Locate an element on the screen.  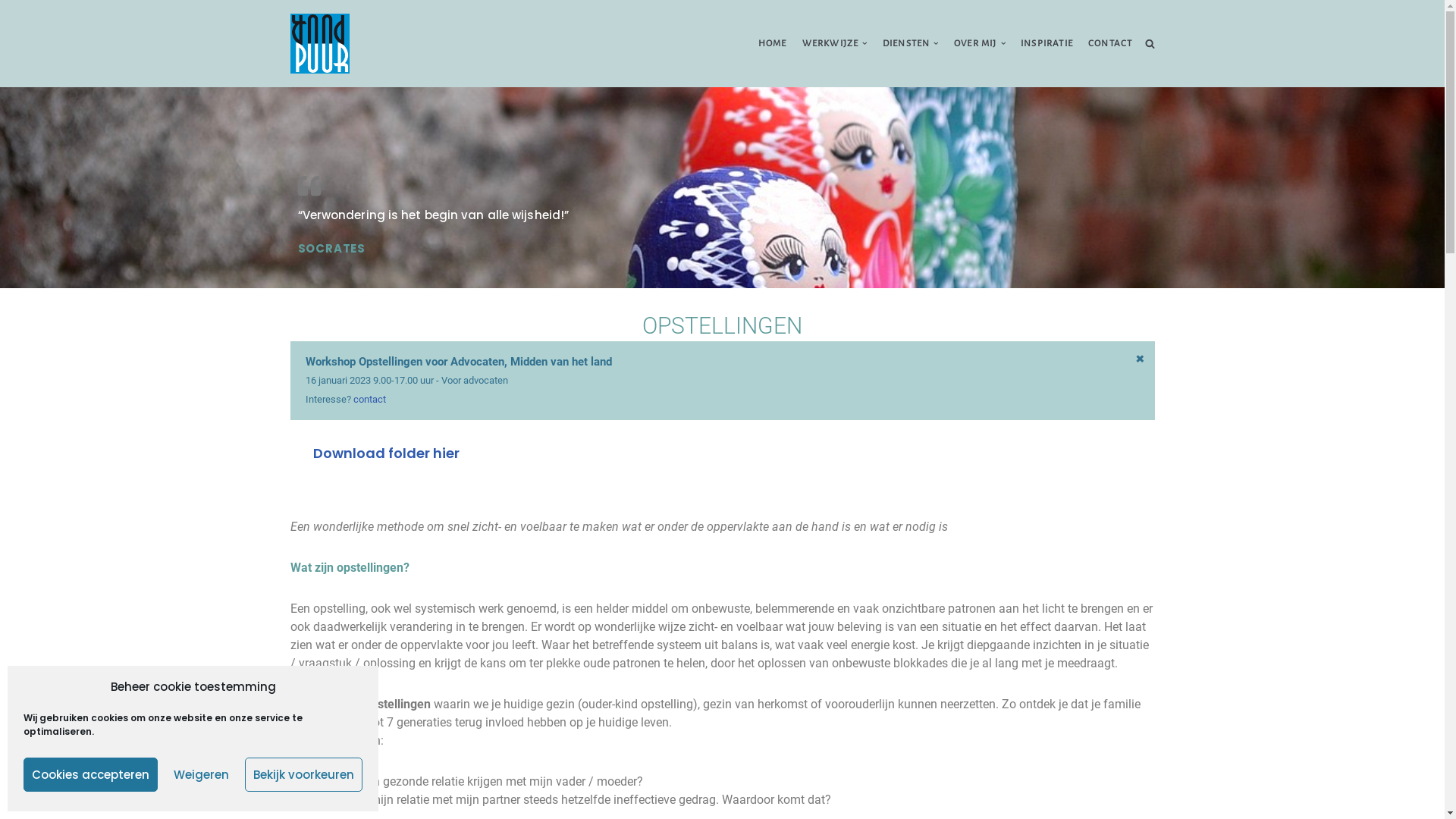
'OVER MIJ' is located at coordinates (952, 42).